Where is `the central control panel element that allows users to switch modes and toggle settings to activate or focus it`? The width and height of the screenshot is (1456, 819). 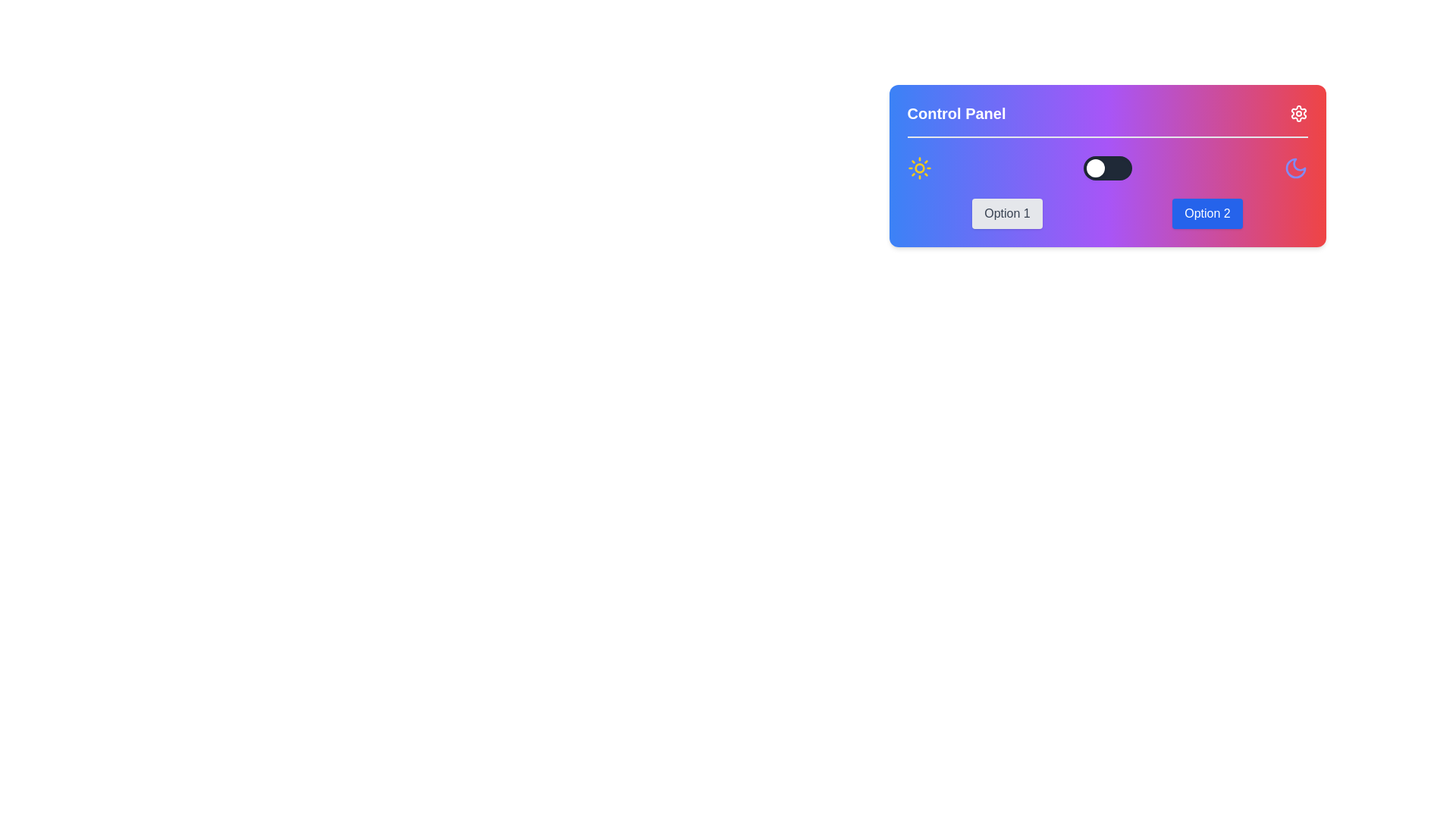
the central control panel element that allows users to switch modes and toggle settings to activate or focus it is located at coordinates (1107, 166).